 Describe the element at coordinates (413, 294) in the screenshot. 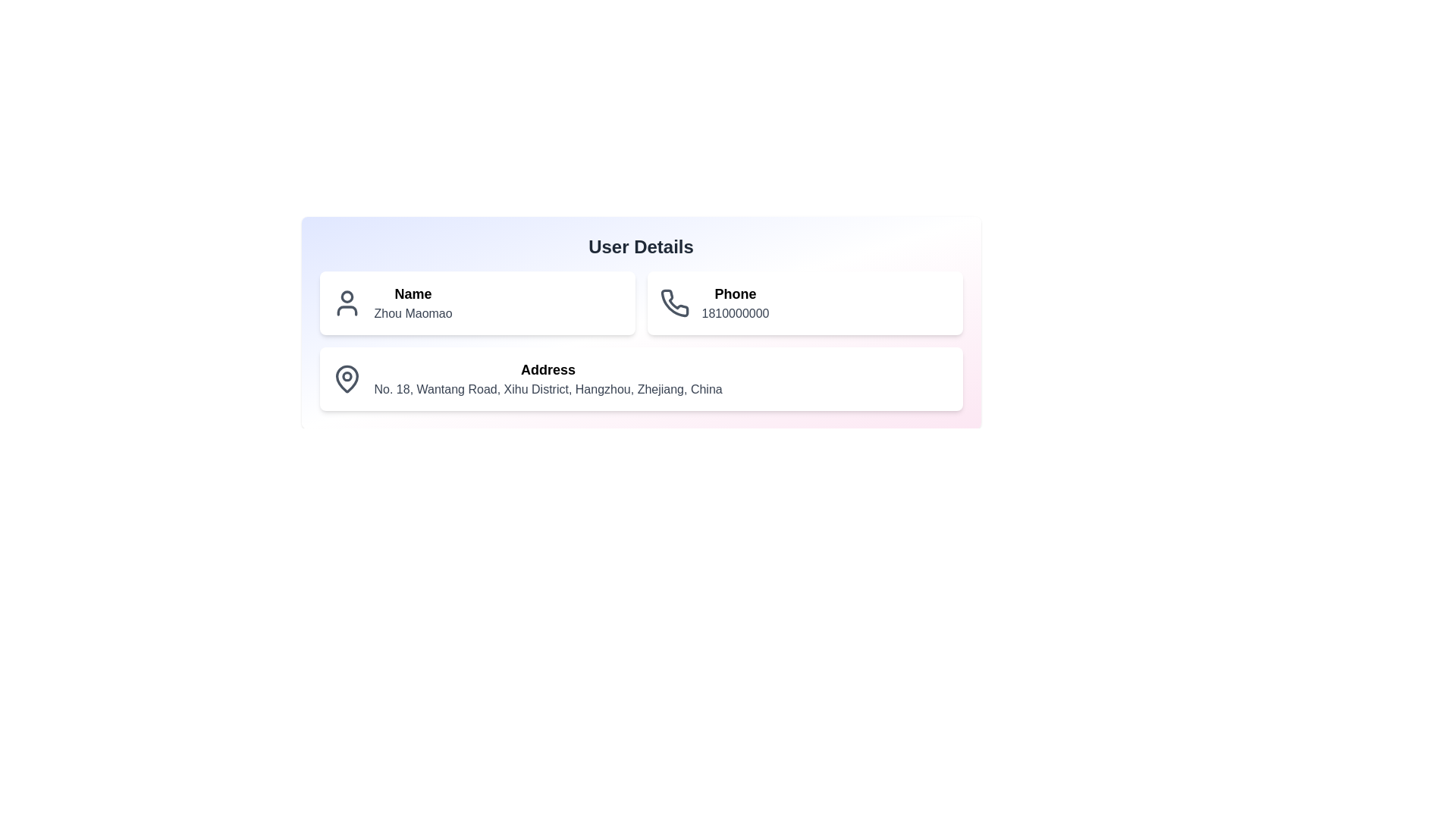

I see `the 'Name' text label, which is bolded and enlarged, located above the user 'Zhou Maomao' on the user details card in the top-left section` at that location.